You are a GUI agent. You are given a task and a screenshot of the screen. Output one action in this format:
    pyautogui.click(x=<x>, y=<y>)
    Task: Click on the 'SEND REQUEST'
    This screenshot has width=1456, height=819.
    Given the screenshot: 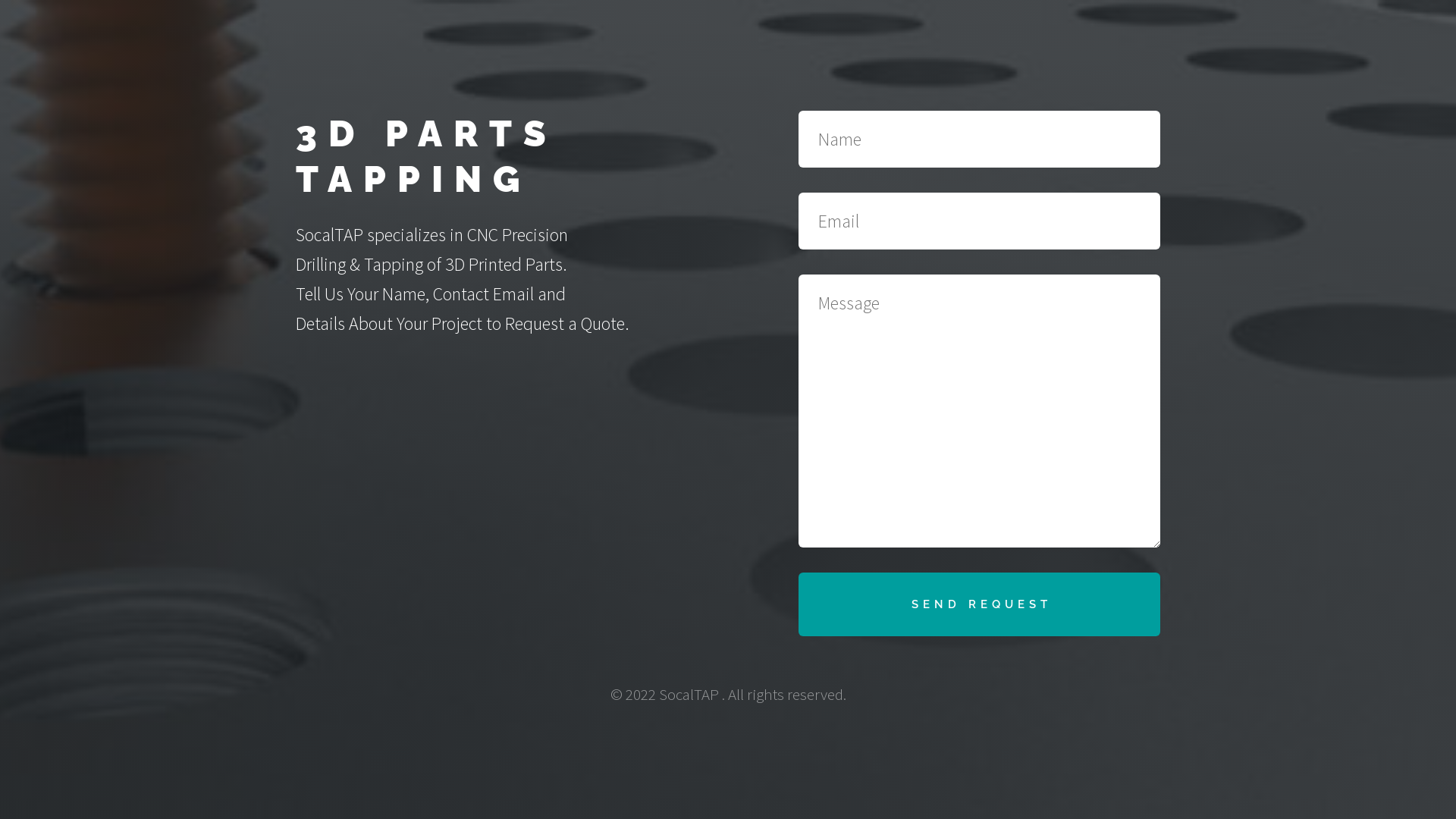 What is the action you would take?
    pyautogui.click(x=979, y=604)
    